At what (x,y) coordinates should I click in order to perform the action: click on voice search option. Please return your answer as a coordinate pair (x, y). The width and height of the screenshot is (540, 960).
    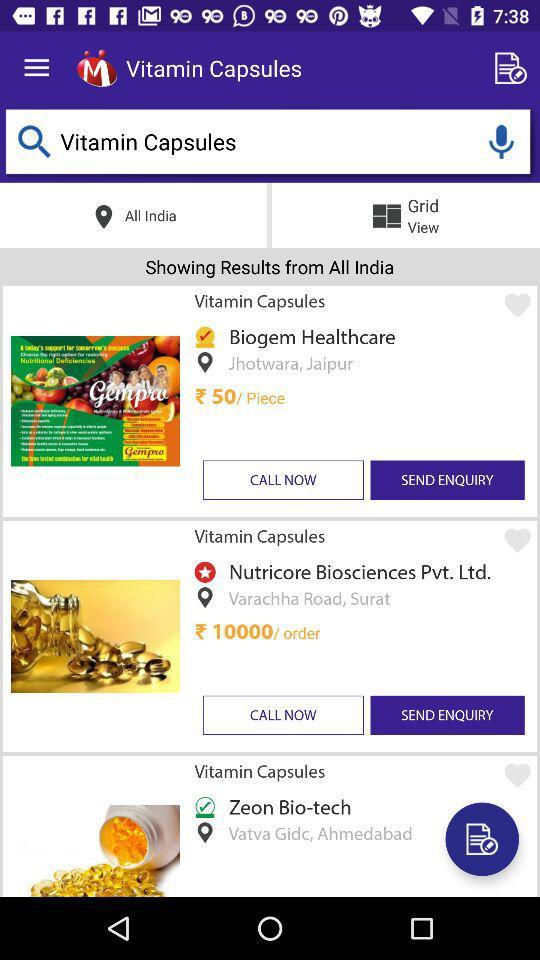
    Looking at the image, I should click on (500, 140).